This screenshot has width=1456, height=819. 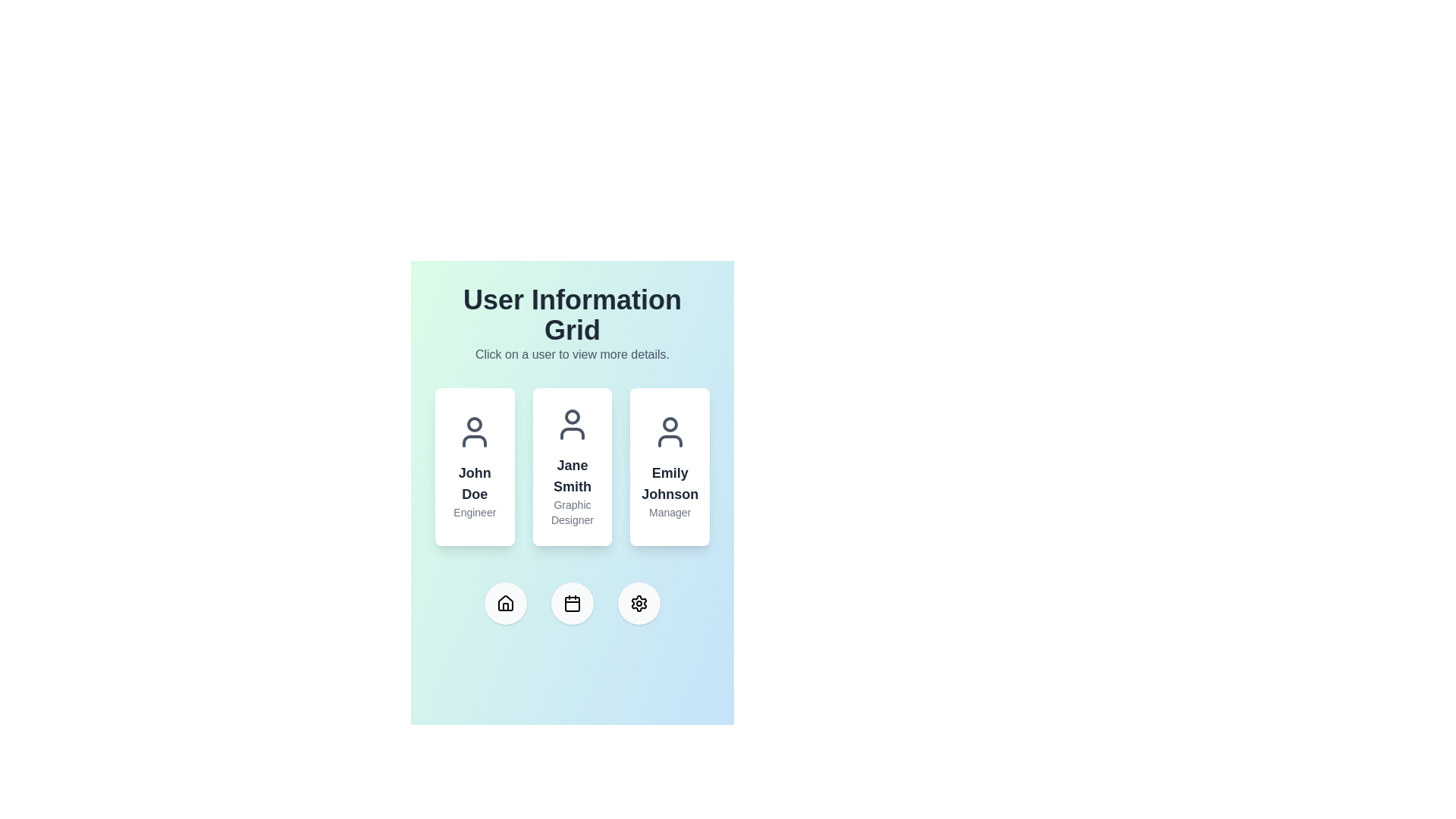 What do you see at coordinates (571, 315) in the screenshot?
I see `title of the section, which is the bold heading 'User Information Grid' located at the top of the interface` at bounding box center [571, 315].